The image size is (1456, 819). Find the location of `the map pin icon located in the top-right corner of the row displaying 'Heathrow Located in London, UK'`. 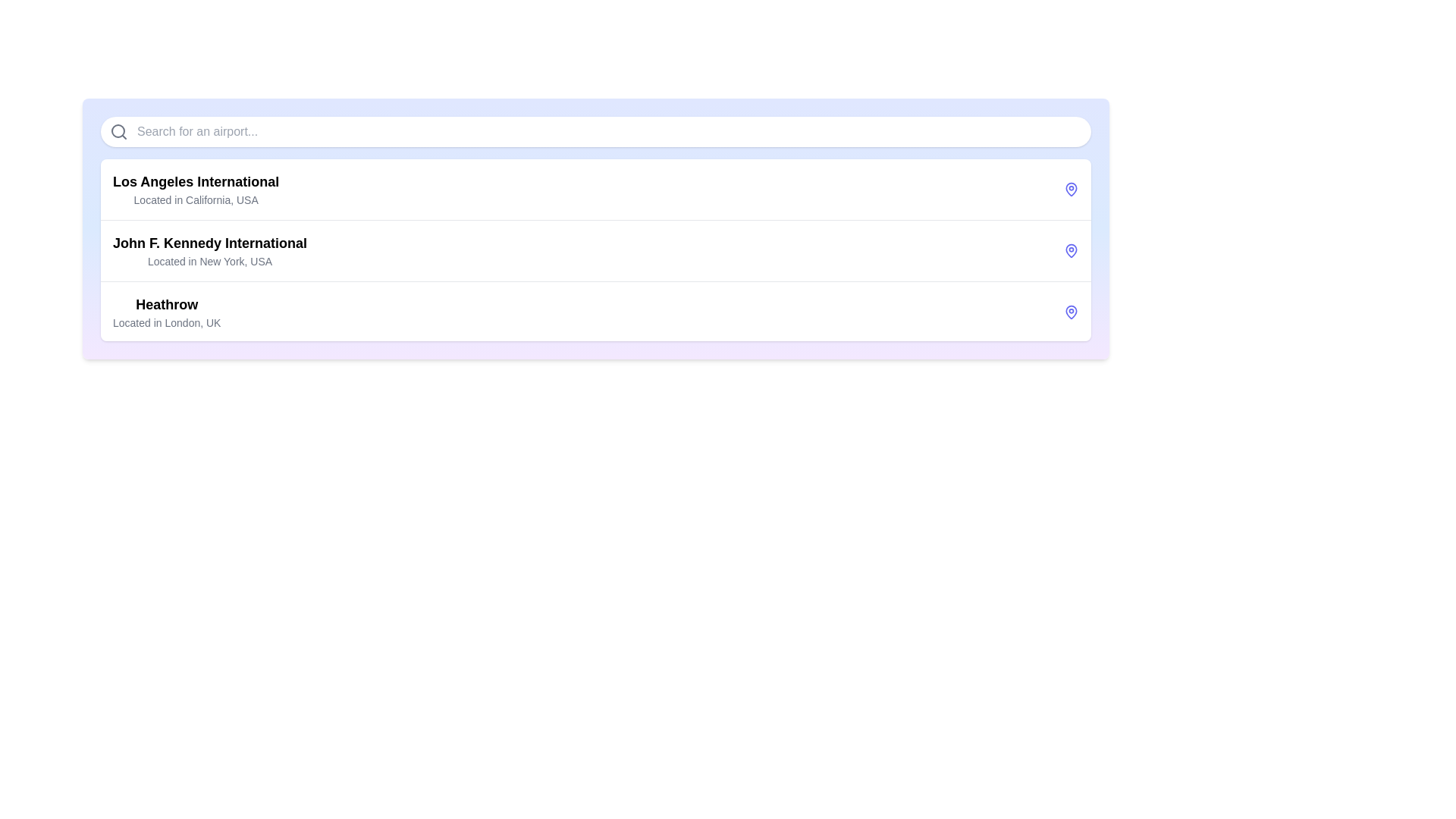

the map pin icon located in the top-right corner of the row displaying 'Heathrow Located in London, UK' is located at coordinates (1070, 312).